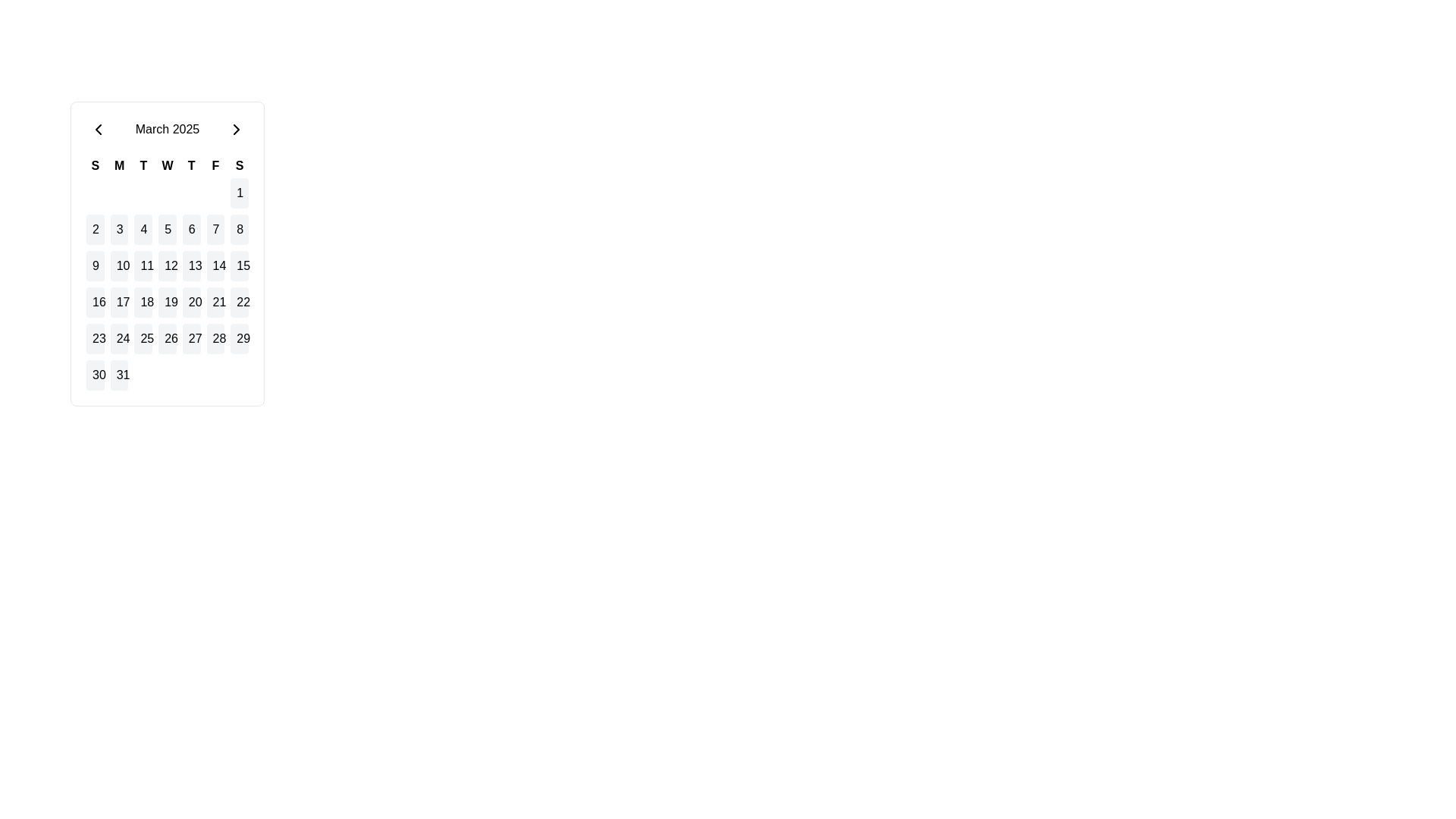 This screenshot has width=1456, height=819. Describe the element at coordinates (236, 128) in the screenshot. I see `the forward navigation button in the calendar interface` at that location.